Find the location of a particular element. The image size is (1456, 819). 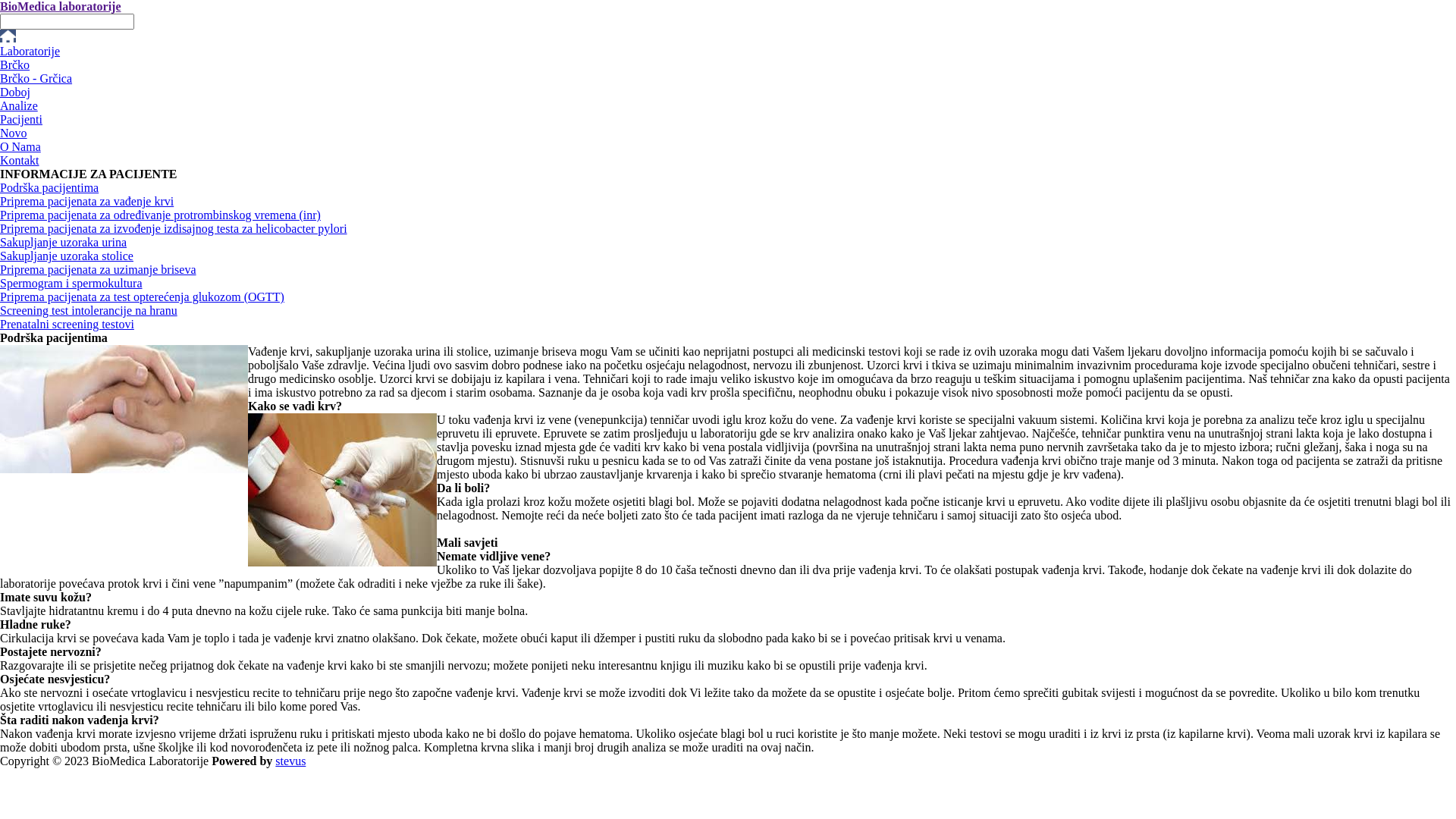

'Novo' is located at coordinates (14, 132).